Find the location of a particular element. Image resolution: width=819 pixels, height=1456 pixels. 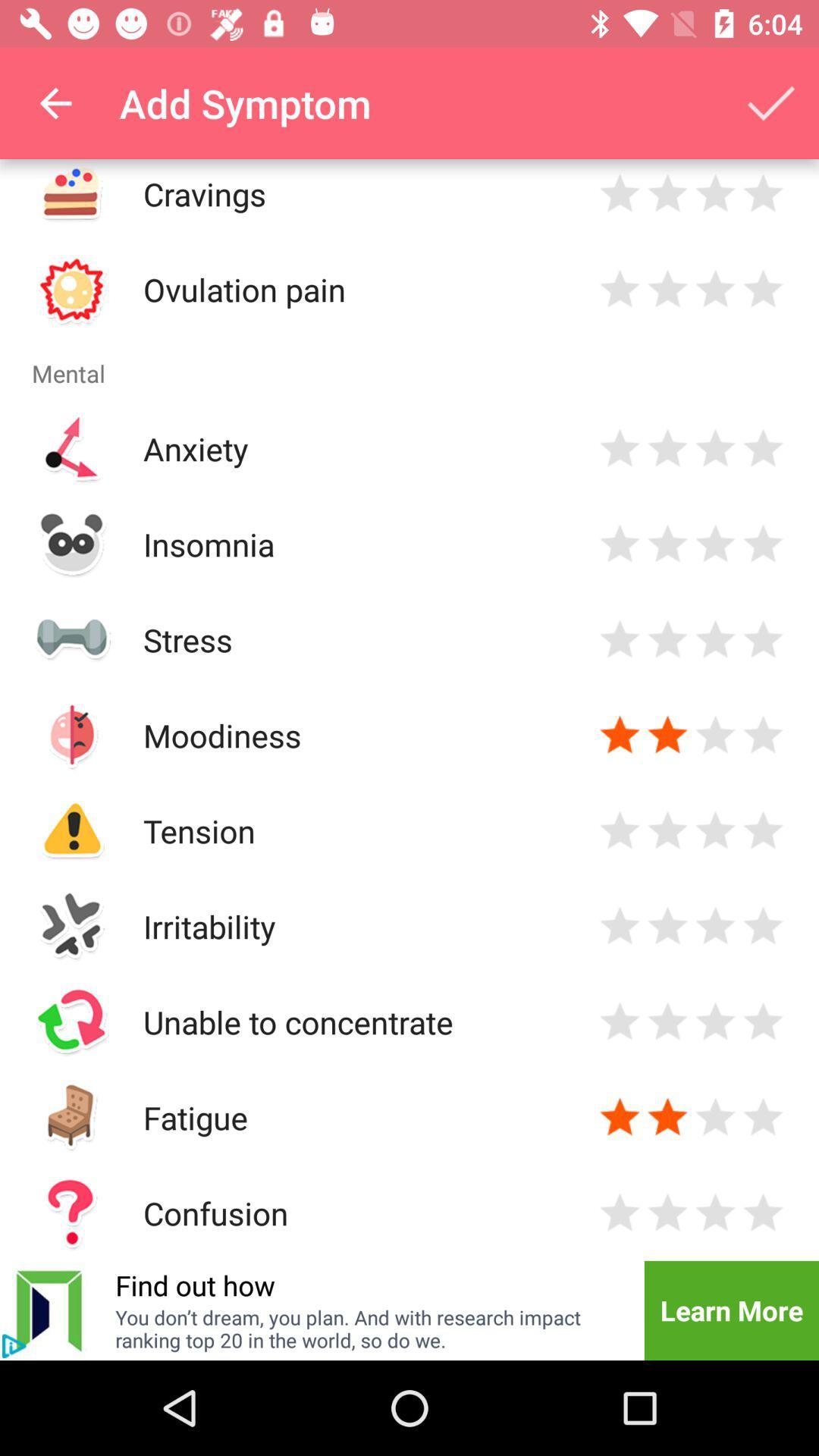

give three stars to moodiness is located at coordinates (715, 735).